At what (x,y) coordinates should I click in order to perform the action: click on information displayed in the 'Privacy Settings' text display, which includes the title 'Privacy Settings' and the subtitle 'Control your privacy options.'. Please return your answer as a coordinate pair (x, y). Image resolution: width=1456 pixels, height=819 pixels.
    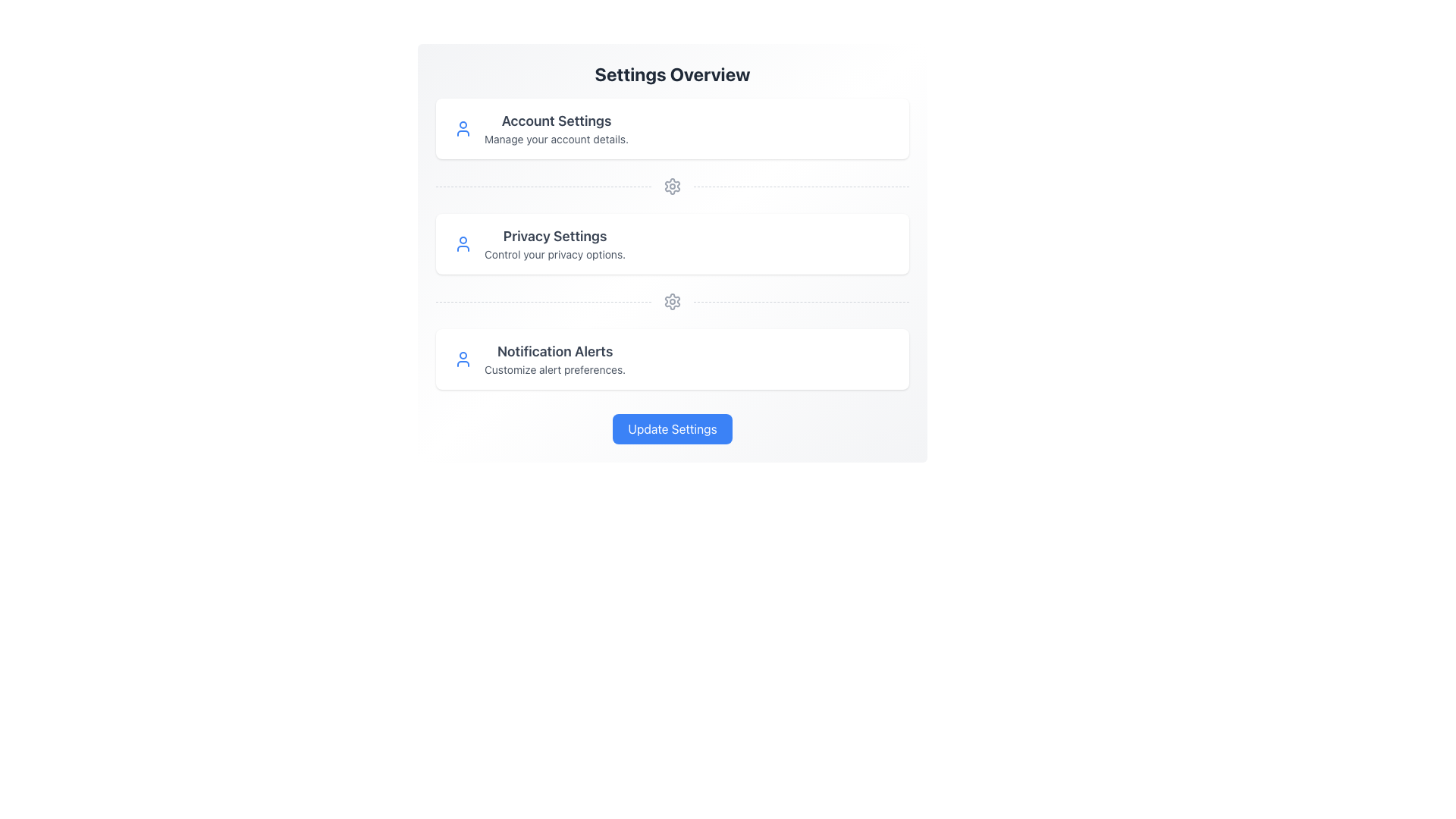
    Looking at the image, I should click on (554, 243).